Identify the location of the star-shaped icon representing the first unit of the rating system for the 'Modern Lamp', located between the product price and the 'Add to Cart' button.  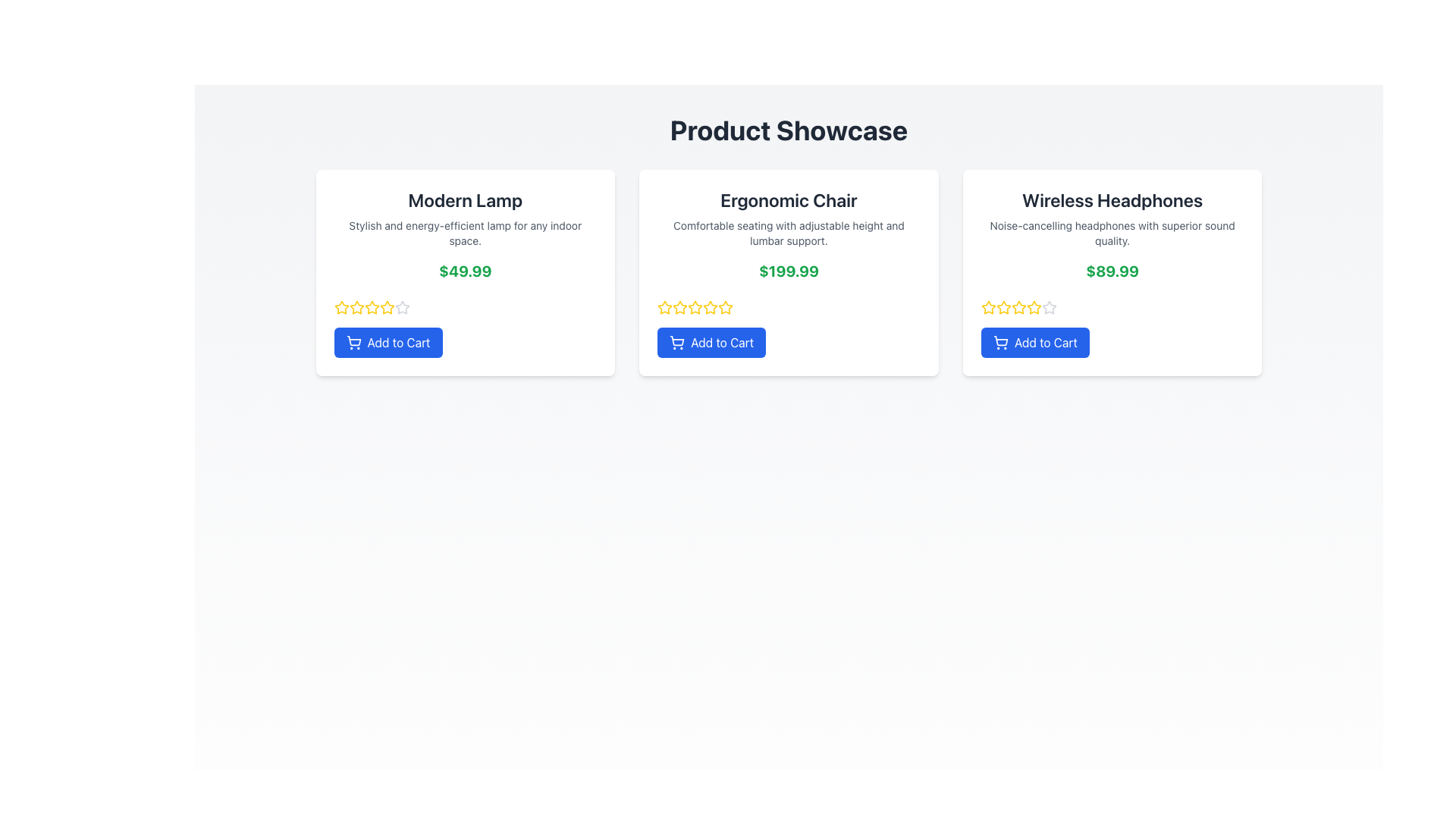
(665, 307).